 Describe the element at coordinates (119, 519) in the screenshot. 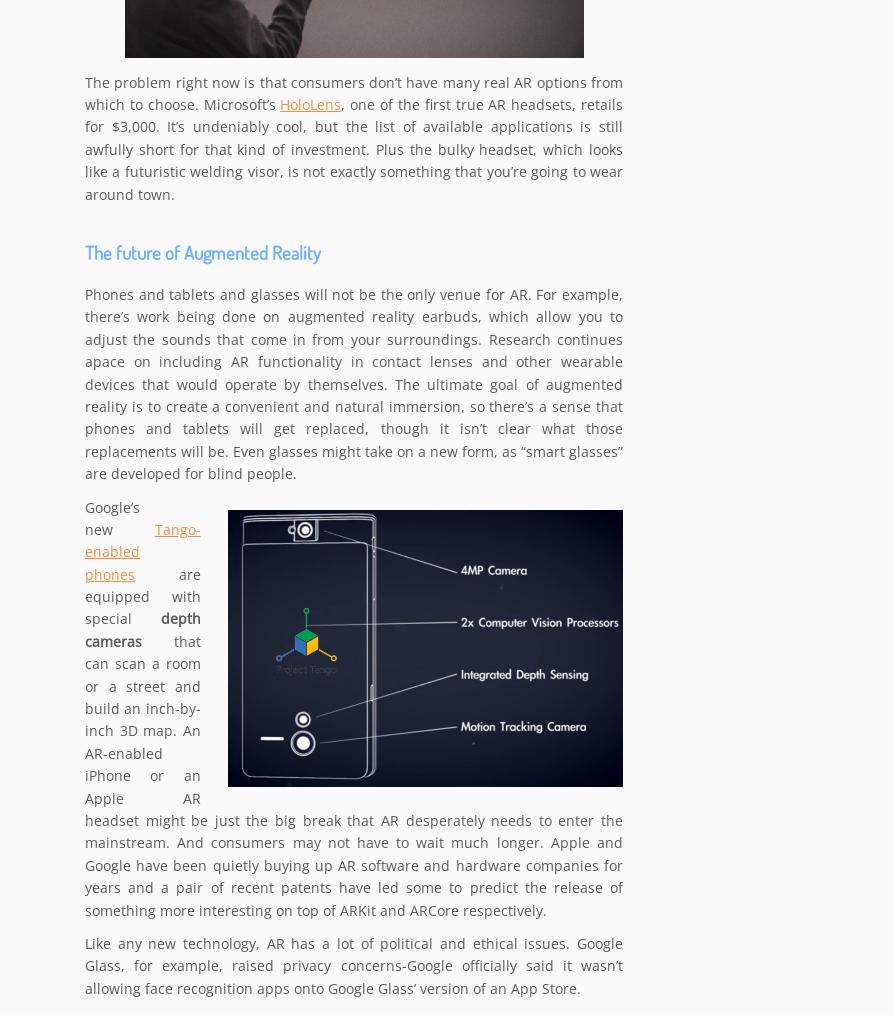

I see `'Google’s new'` at that location.